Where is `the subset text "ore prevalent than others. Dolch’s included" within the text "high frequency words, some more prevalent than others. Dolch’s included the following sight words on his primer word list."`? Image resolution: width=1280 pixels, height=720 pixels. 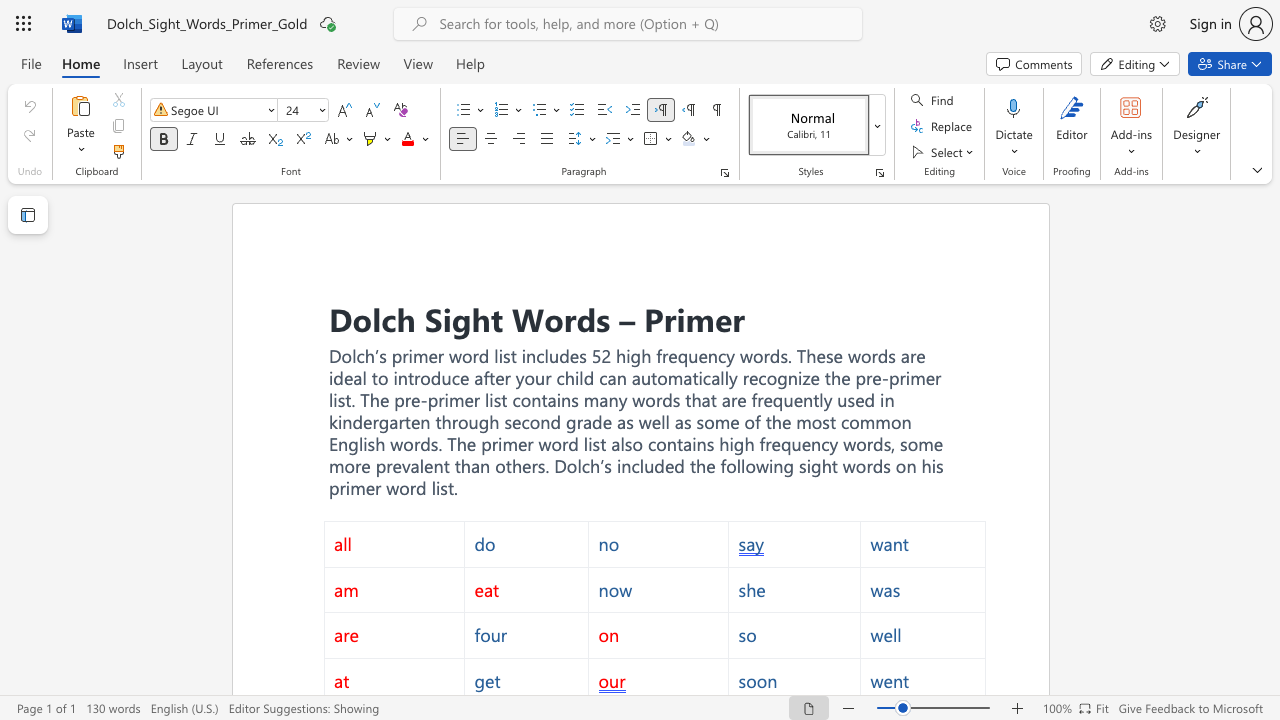 the subset text "ore prevalent than others. Dolch’s included" within the text "high frequency words, some more prevalent than others. Dolch’s included the following sight words on his primer word list." is located at coordinates (344, 465).